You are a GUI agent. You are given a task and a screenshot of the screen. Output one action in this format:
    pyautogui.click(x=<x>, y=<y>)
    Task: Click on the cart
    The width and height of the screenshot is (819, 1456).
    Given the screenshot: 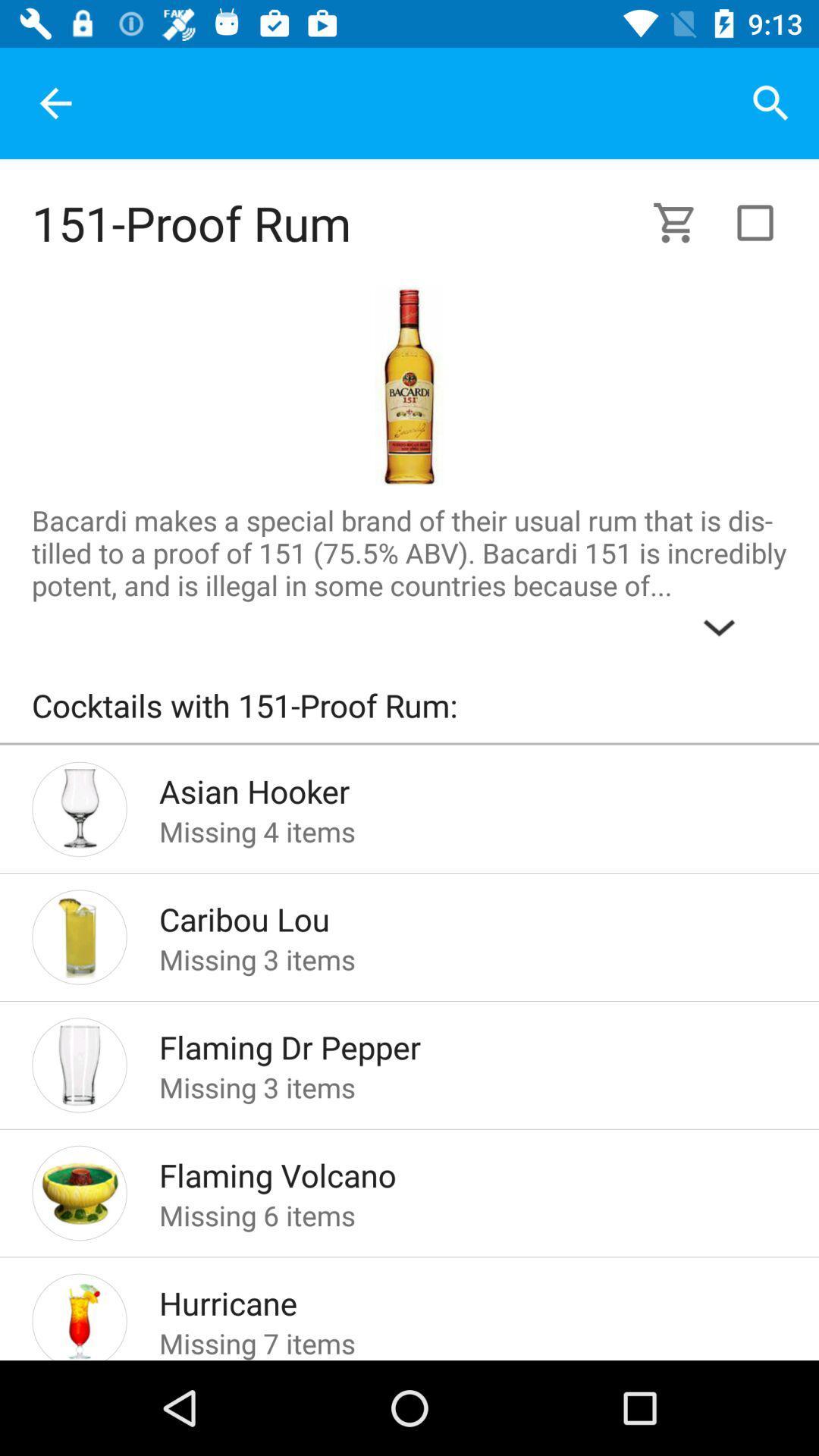 What is the action you would take?
    pyautogui.click(x=683, y=221)
    